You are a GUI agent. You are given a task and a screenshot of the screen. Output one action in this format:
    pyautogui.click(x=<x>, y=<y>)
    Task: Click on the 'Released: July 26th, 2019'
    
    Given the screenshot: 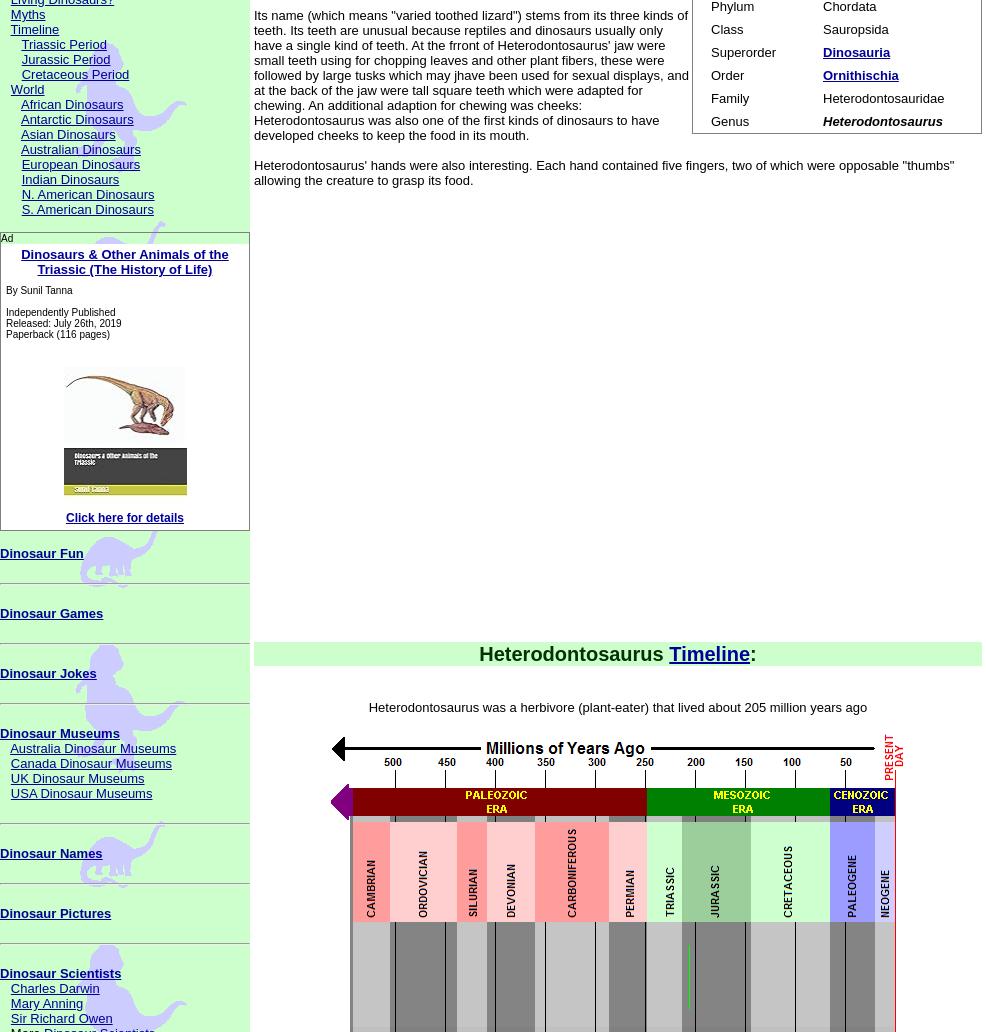 What is the action you would take?
    pyautogui.click(x=62, y=323)
    